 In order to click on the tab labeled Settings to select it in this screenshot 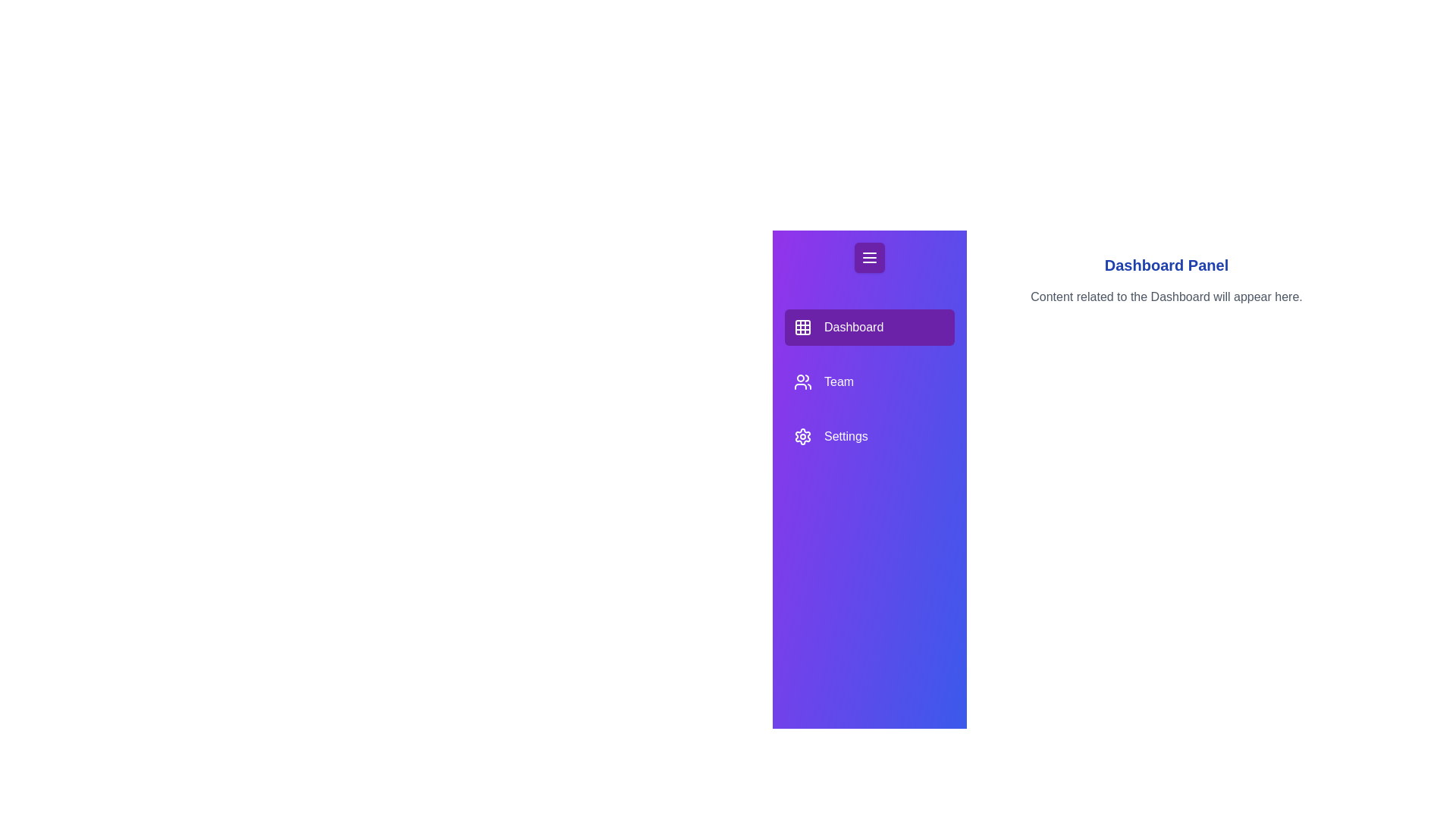, I will do `click(870, 436)`.